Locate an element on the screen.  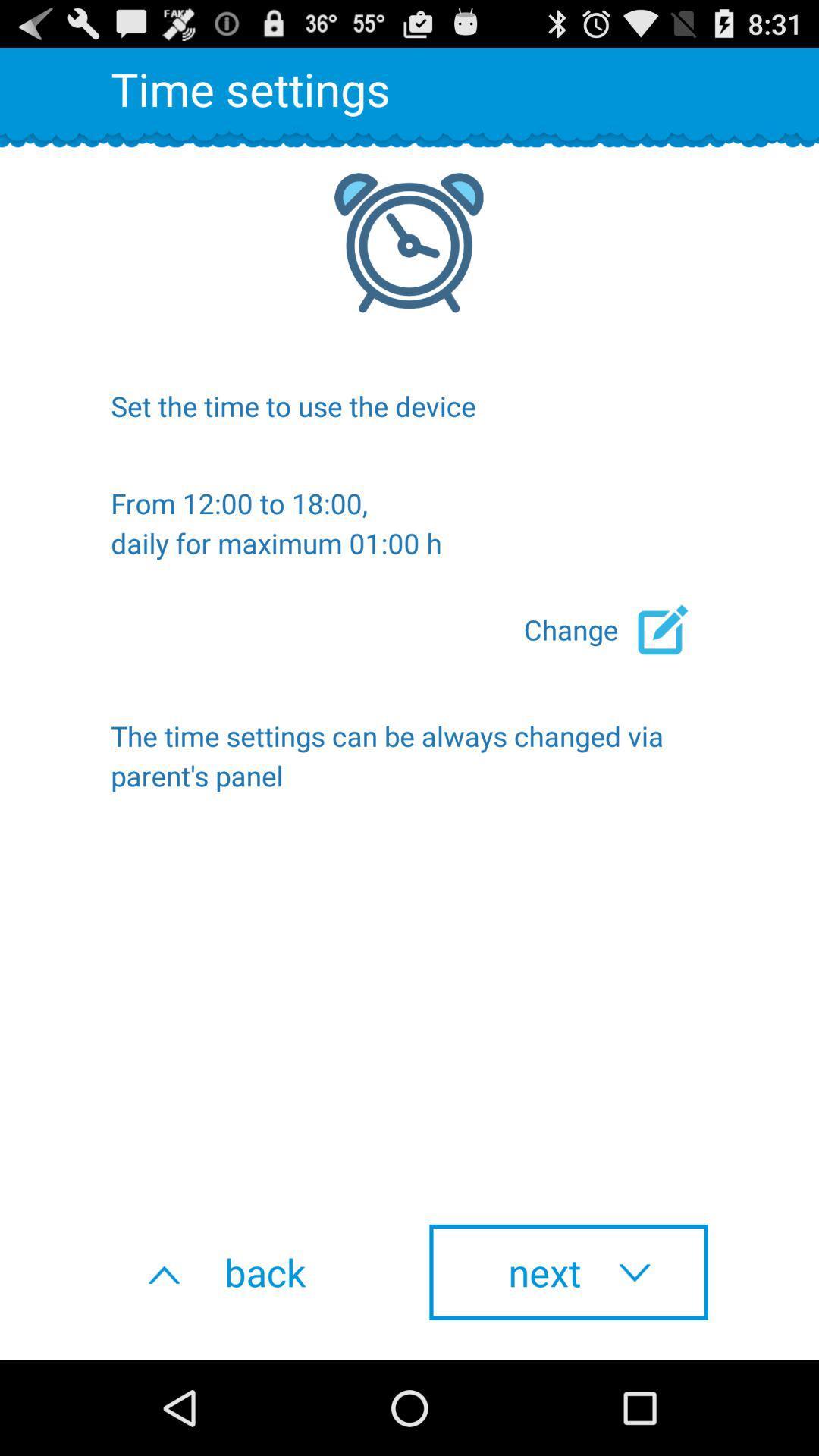
icon below the time settings item is located at coordinates (568, 1272).